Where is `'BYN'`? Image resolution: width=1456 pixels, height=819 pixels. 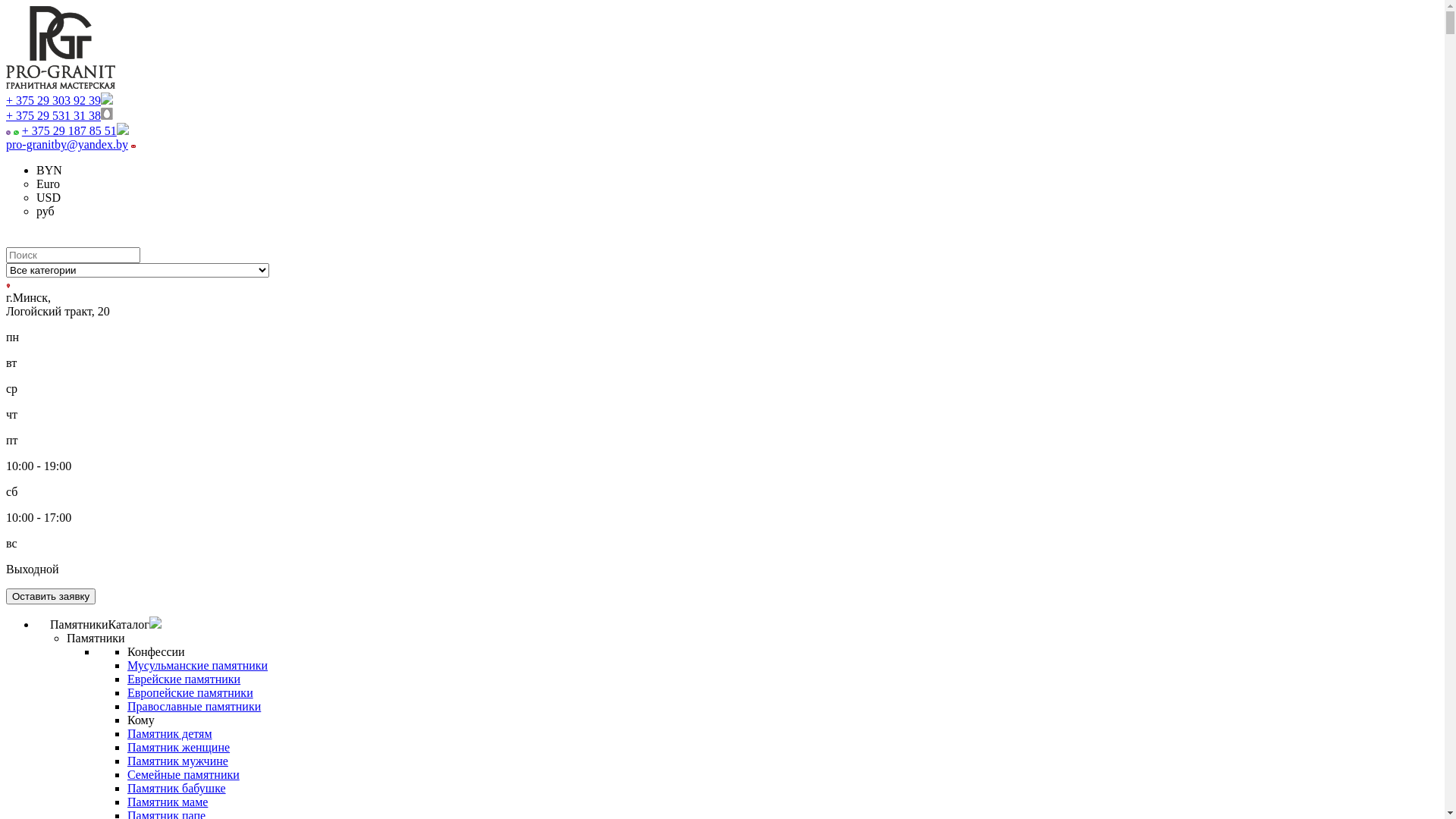
'BYN' is located at coordinates (36, 170).